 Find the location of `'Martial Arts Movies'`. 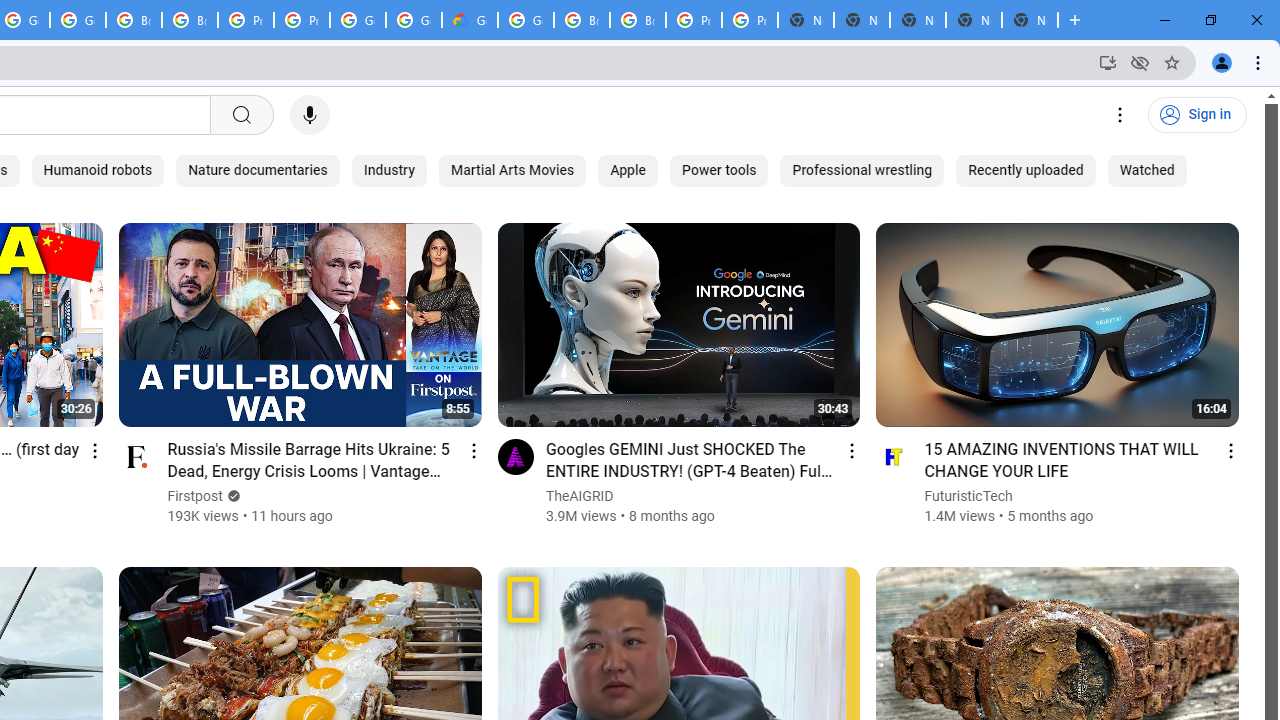

'Martial Arts Movies' is located at coordinates (512, 170).